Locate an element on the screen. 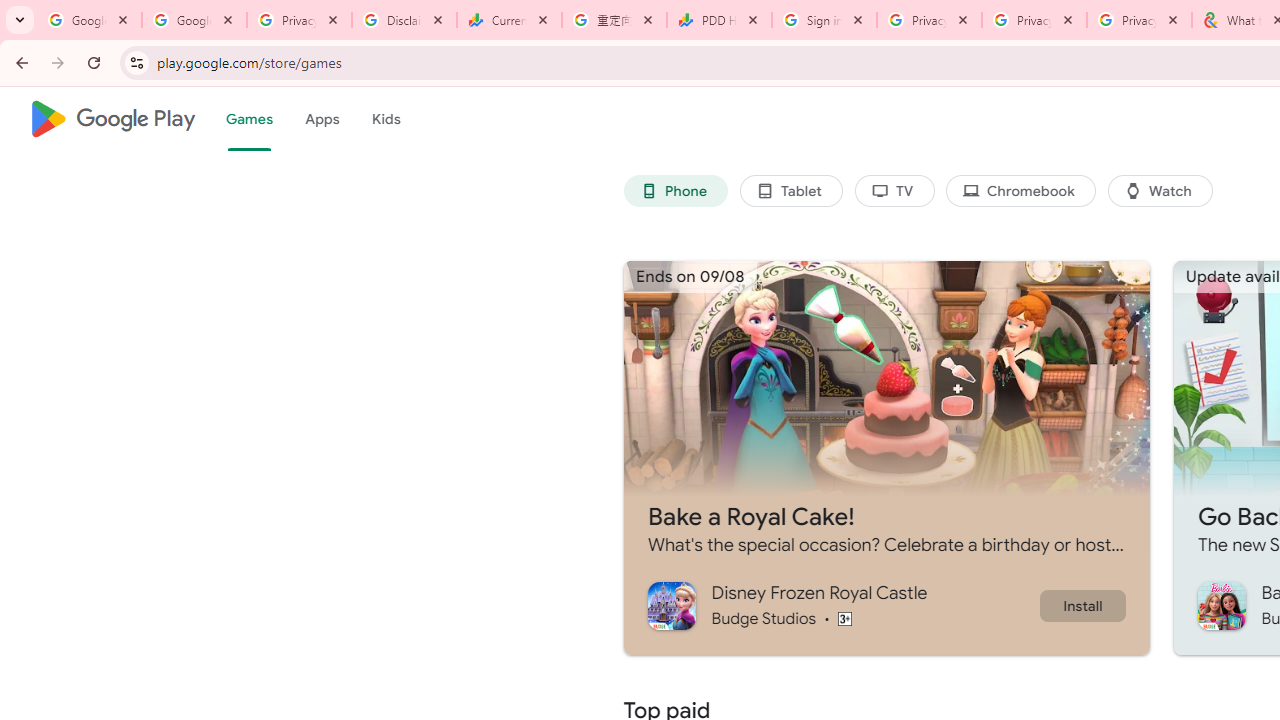  'Watch' is located at coordinates (1160, 191).